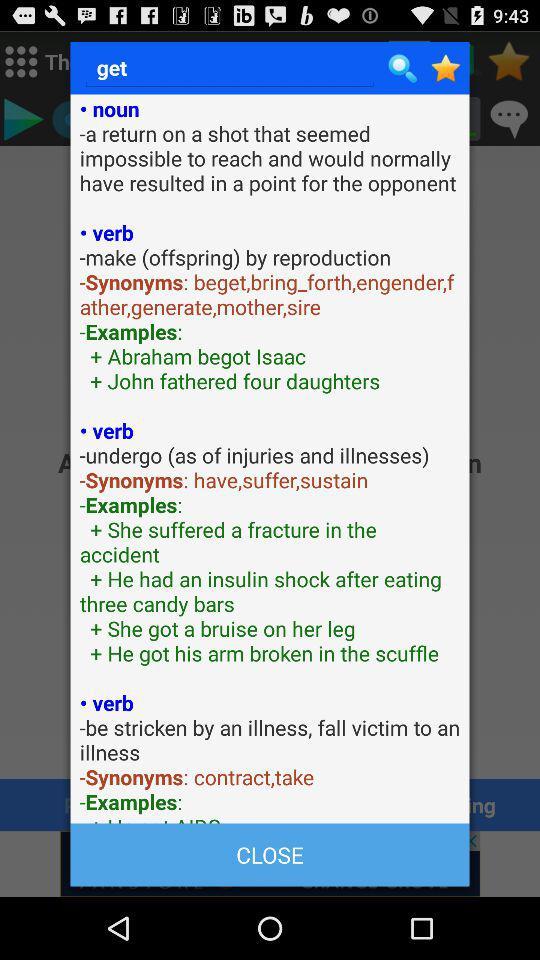 The width and height of the screenshot is (540, 960). What do you see at coordinates (446, 68) in the screenshot?
I see `this search` at bounding box center [446, 68].